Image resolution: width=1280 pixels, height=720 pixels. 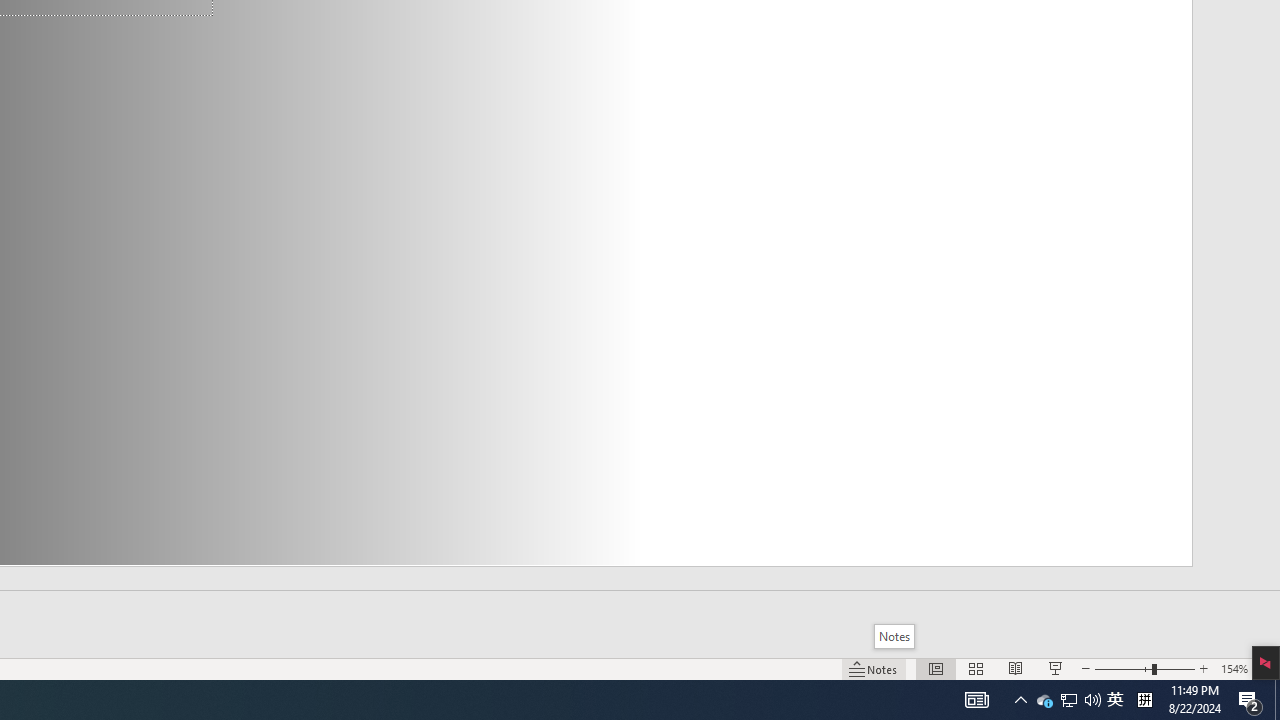 I want to click on 'Notes', so click(x=893, y=636).